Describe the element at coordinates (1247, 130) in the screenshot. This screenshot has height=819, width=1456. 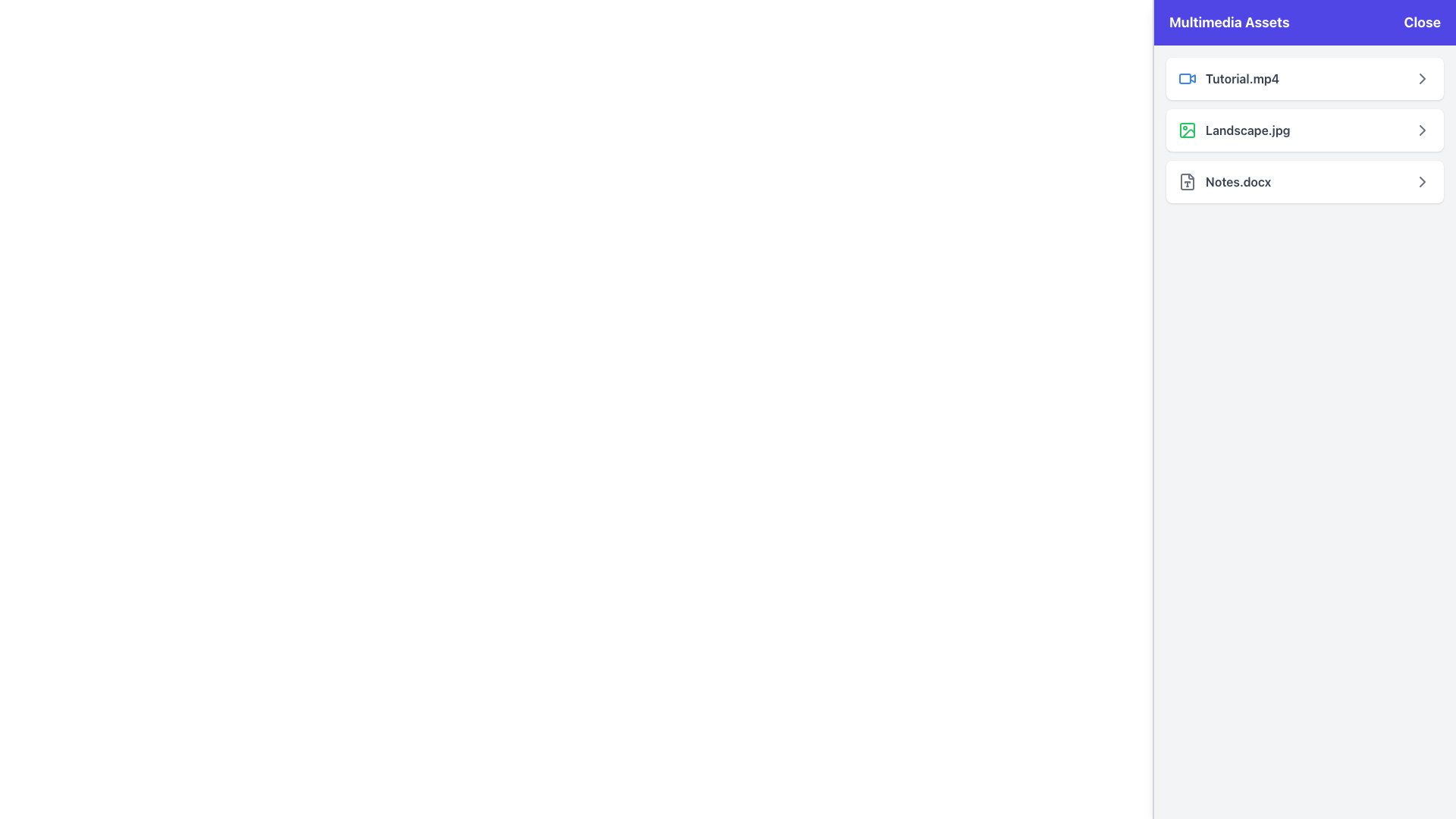
I see `the text label displaying 'Landscape.jpg'` at that location.